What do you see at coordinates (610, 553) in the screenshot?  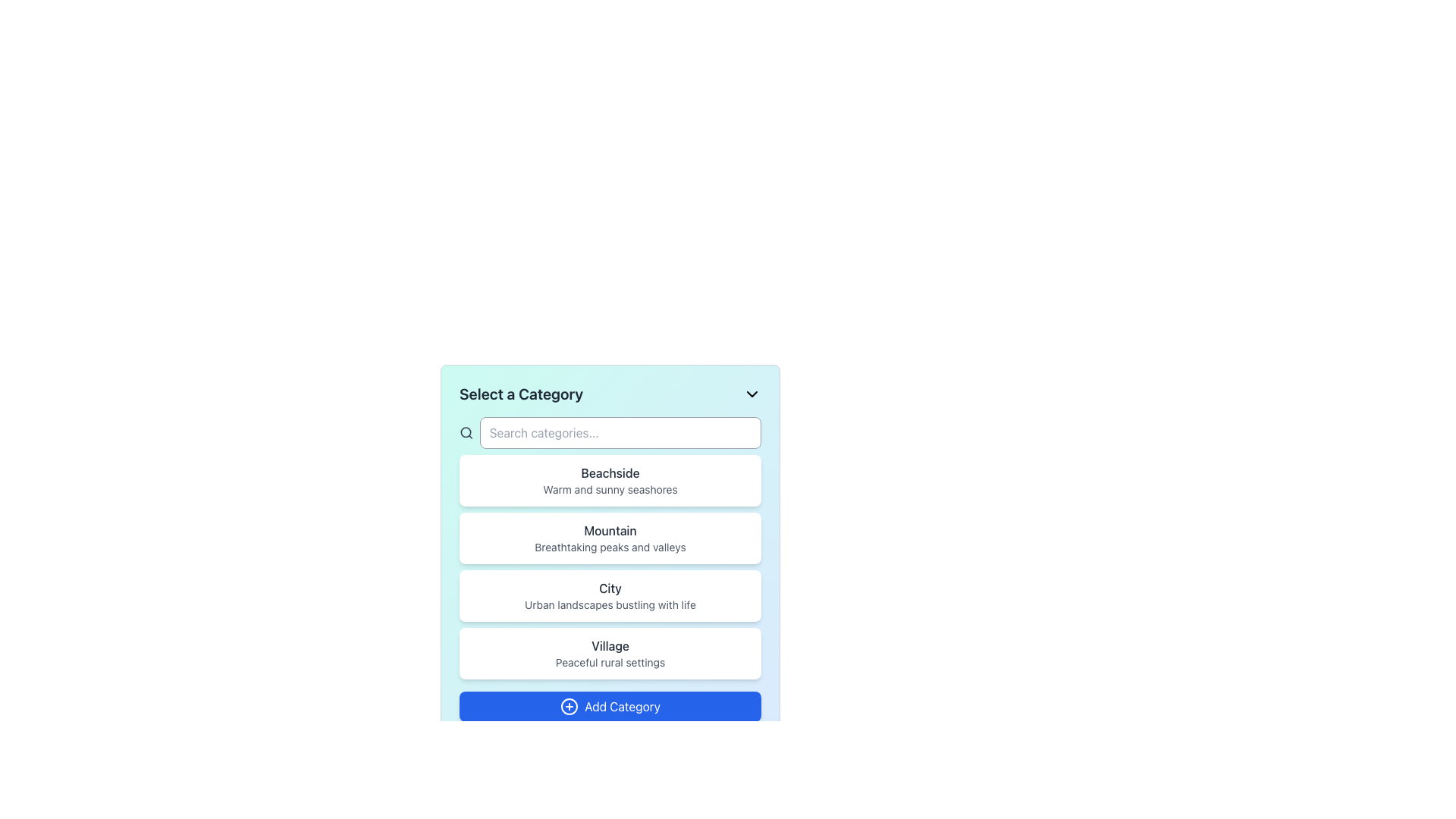 I see `the second selectable category button for 'Mountain' located in the modal interface under the 'Select a Category' header` at bounding box center [610, 553].